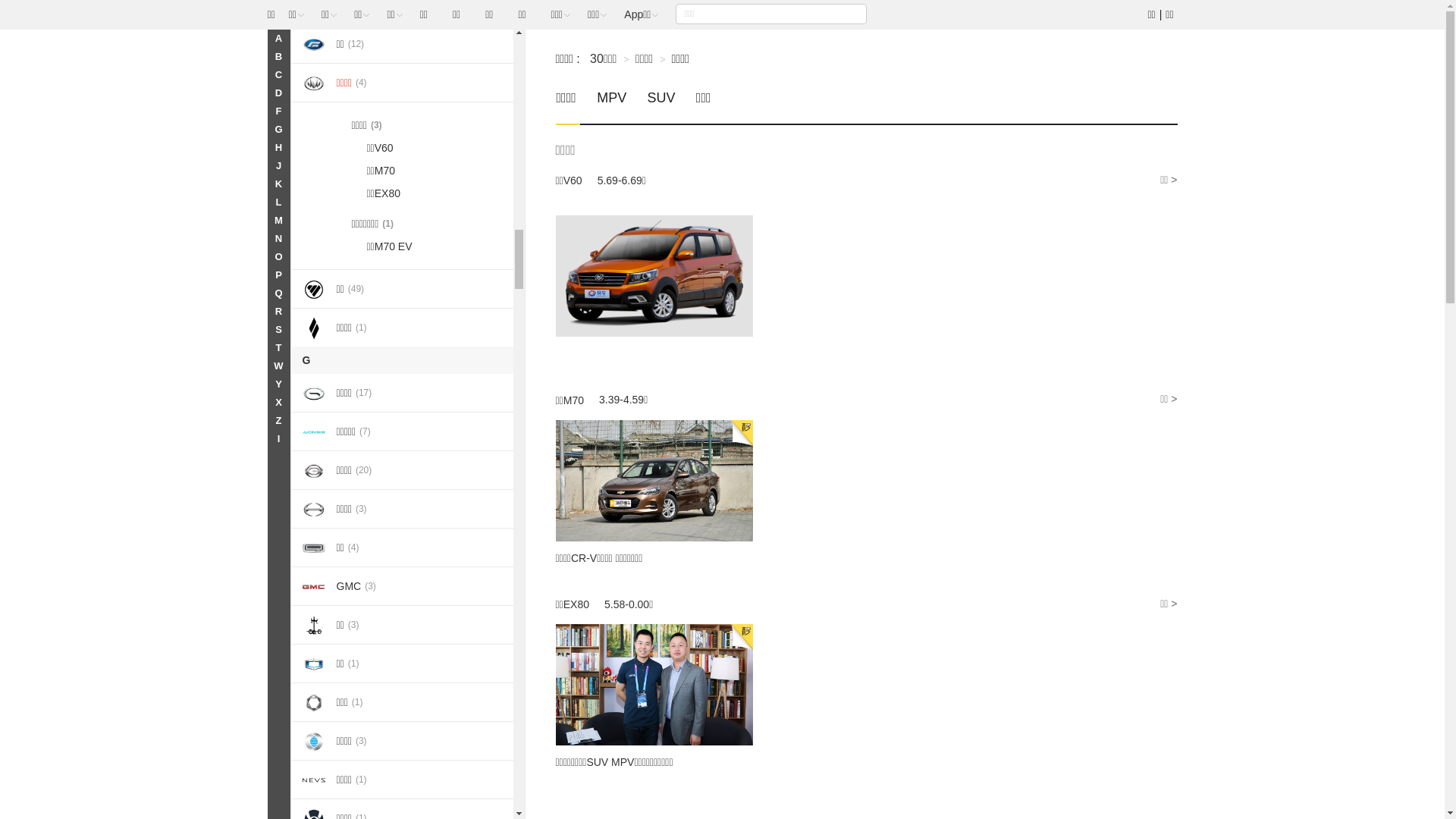 This screenshot has height=819, width=1456. What do you see at coordinates (278, 93) in the screenshot?
I see `'D'` at bounding box center [278, 93].